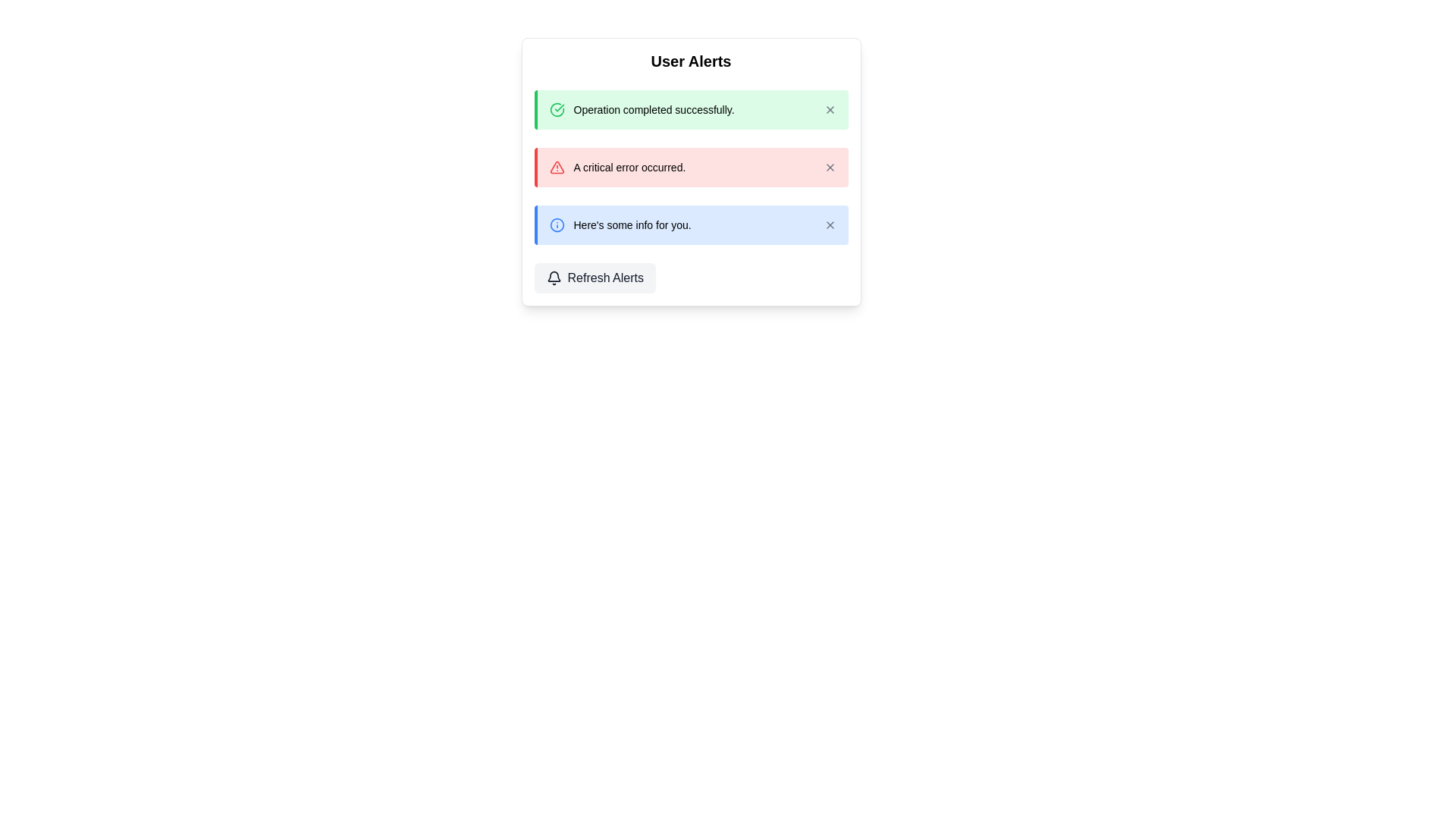  I want to click on the dismiss button located in the top-right corner of the blue information alert box, which contains the text 'Here's some info for you.', so click(829, 225).